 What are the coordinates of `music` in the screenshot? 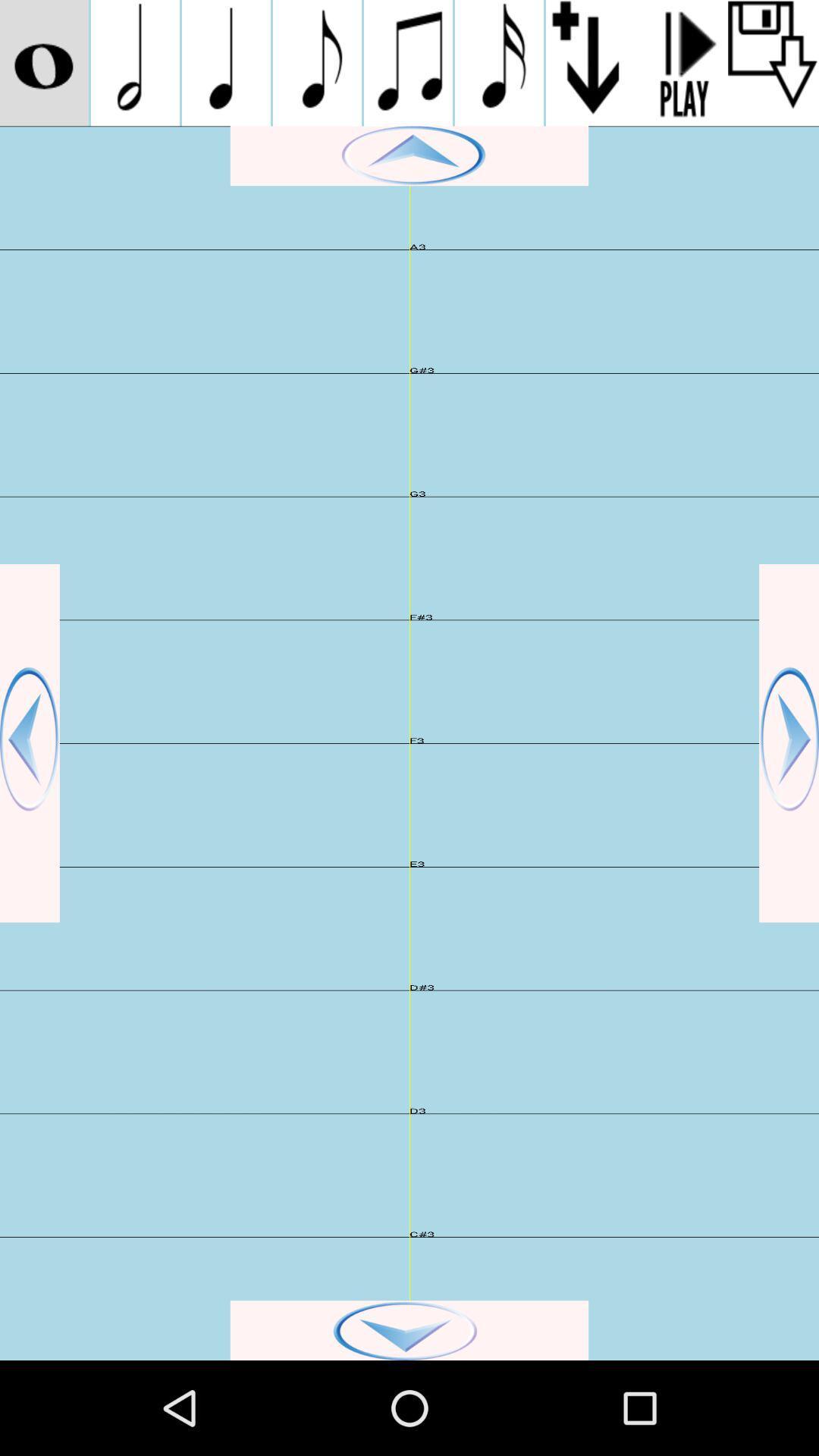 It's located at (407, 62).